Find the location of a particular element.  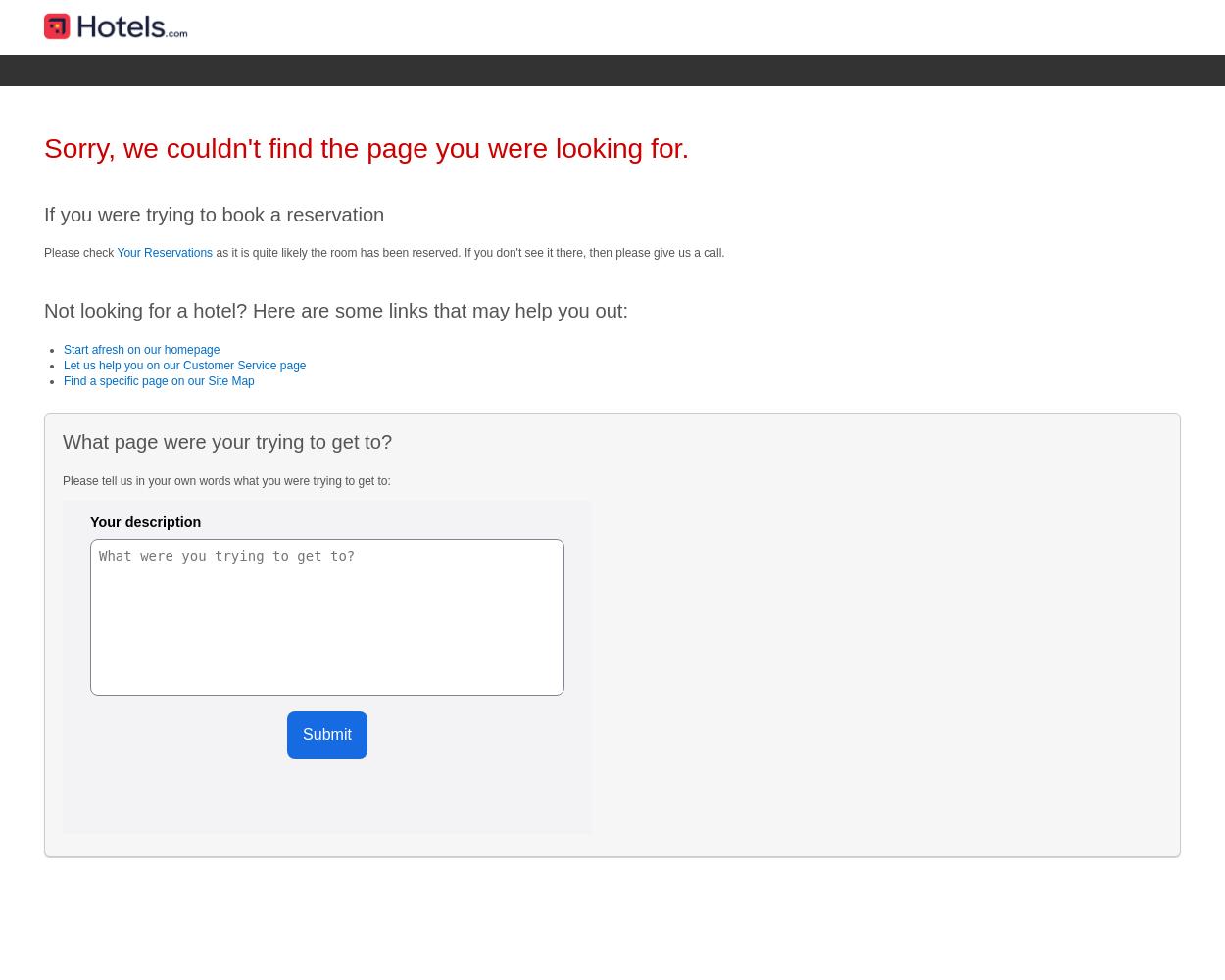

'Let us help you on our Customer Service page' is located at coordinates (184, 364).